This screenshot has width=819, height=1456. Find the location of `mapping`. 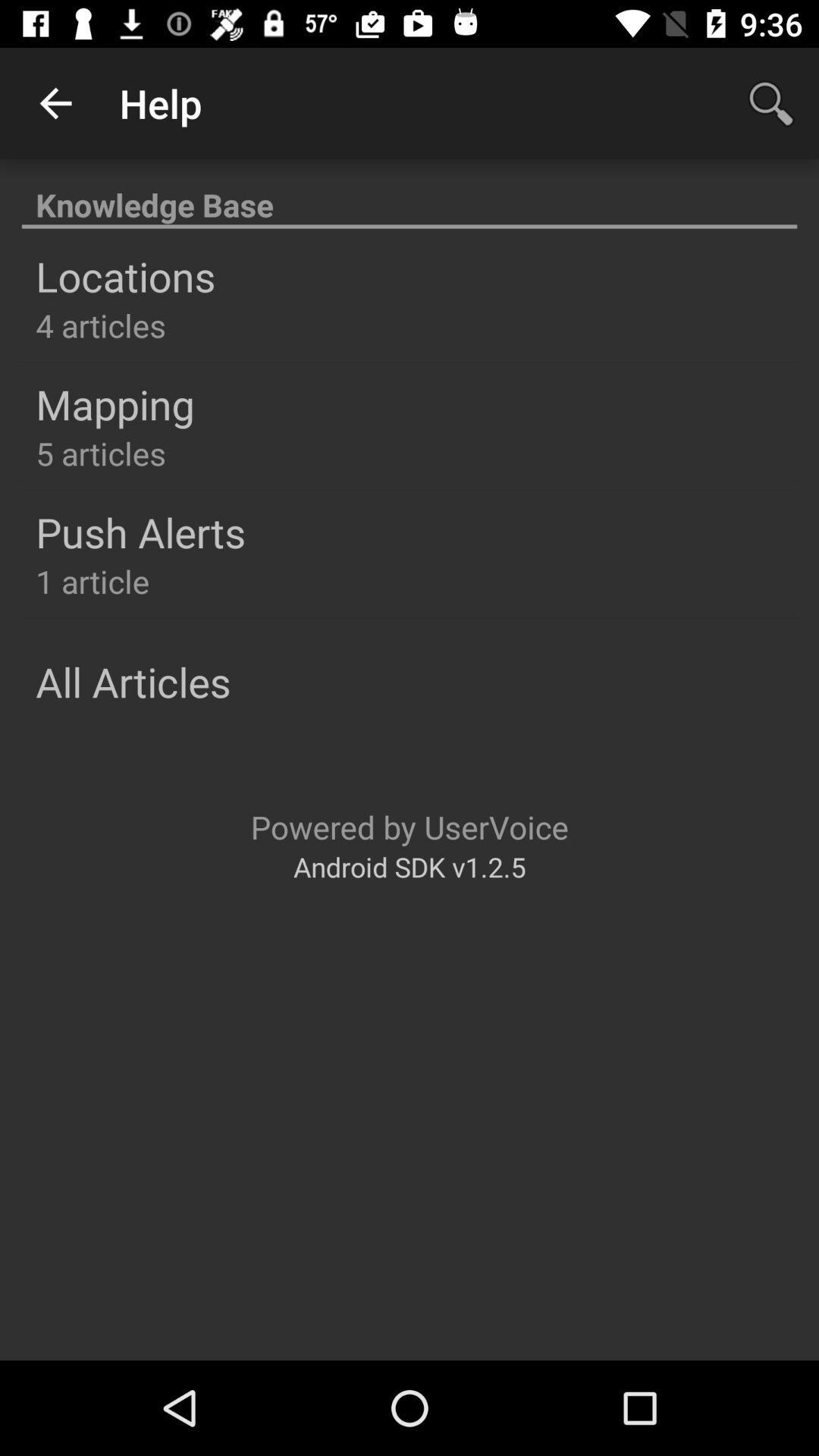

mapping is located at coordinates (114, 403).